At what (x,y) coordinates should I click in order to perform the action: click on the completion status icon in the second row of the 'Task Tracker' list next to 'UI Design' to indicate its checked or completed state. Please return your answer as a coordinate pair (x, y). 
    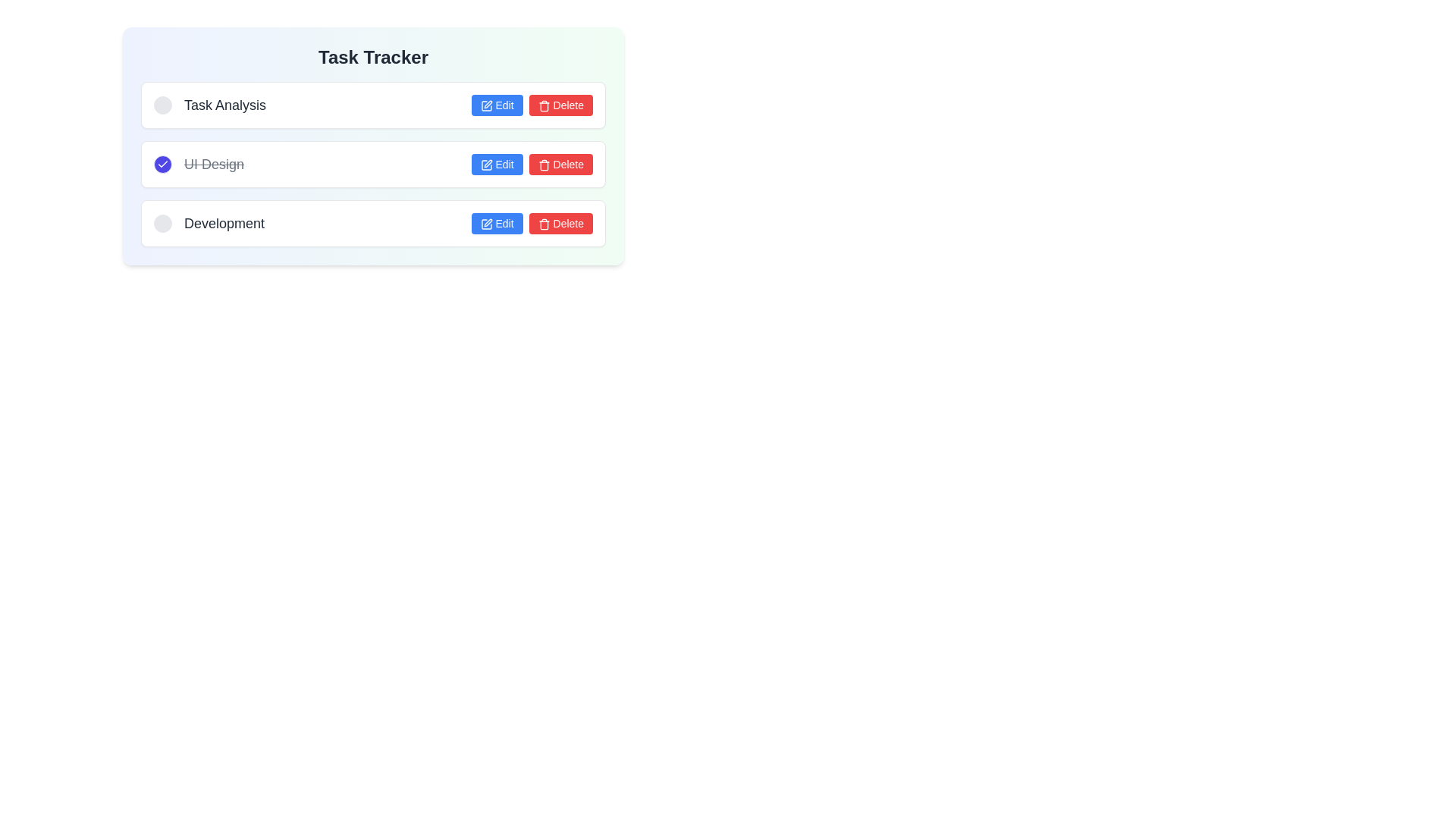
    Looking at the image, I should click on (163, 164).